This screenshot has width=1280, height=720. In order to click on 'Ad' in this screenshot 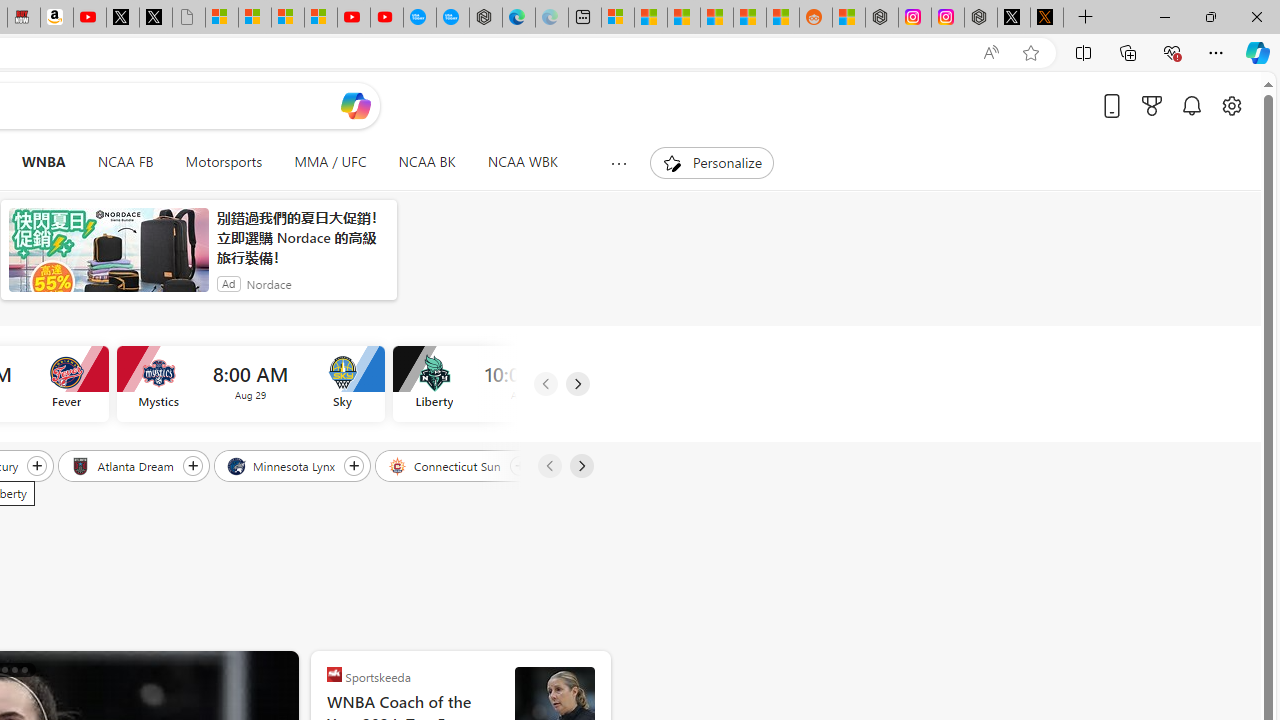, I will do `click(228, 284)`.